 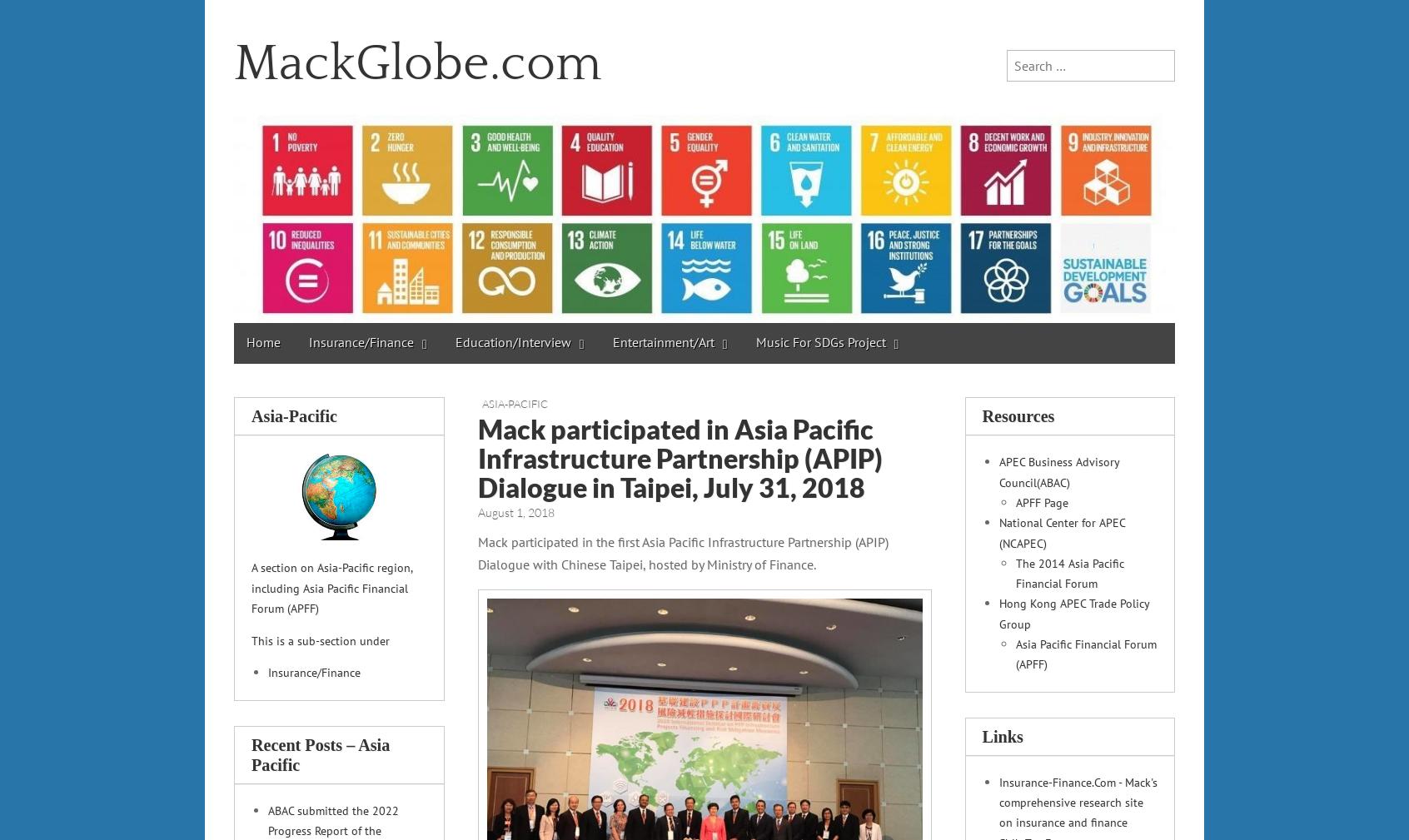 What do you see at coordinates (476, 511) in the screenshot?
I see `'August 1, 2018'` at bounding box center [476, 511].